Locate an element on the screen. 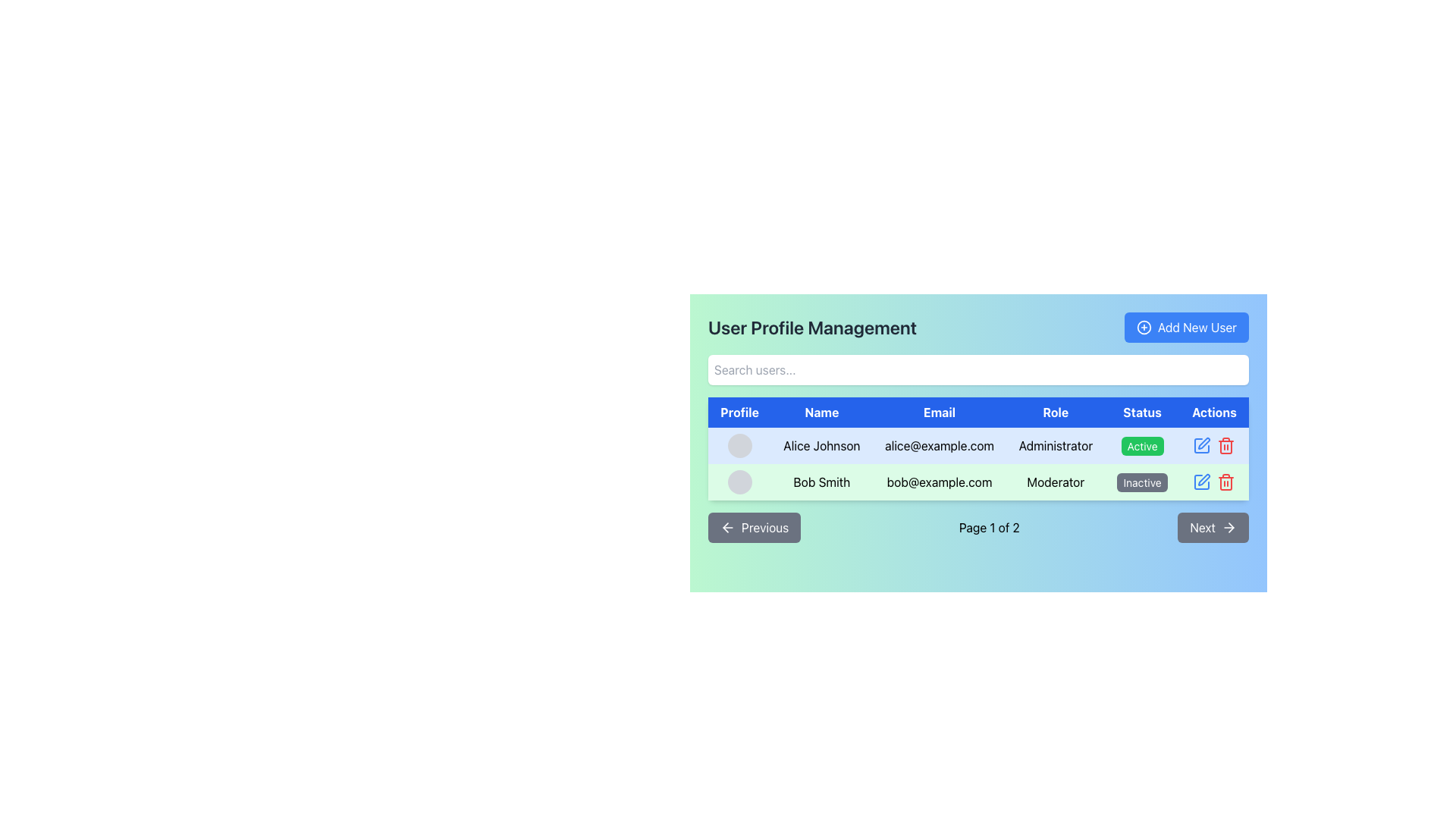 This screenshot has height=819, width=1456. text from the 'User Profile Management' label located at the upper section of the interface, prominently placed above the search input field is located at coordinates (811, 327).